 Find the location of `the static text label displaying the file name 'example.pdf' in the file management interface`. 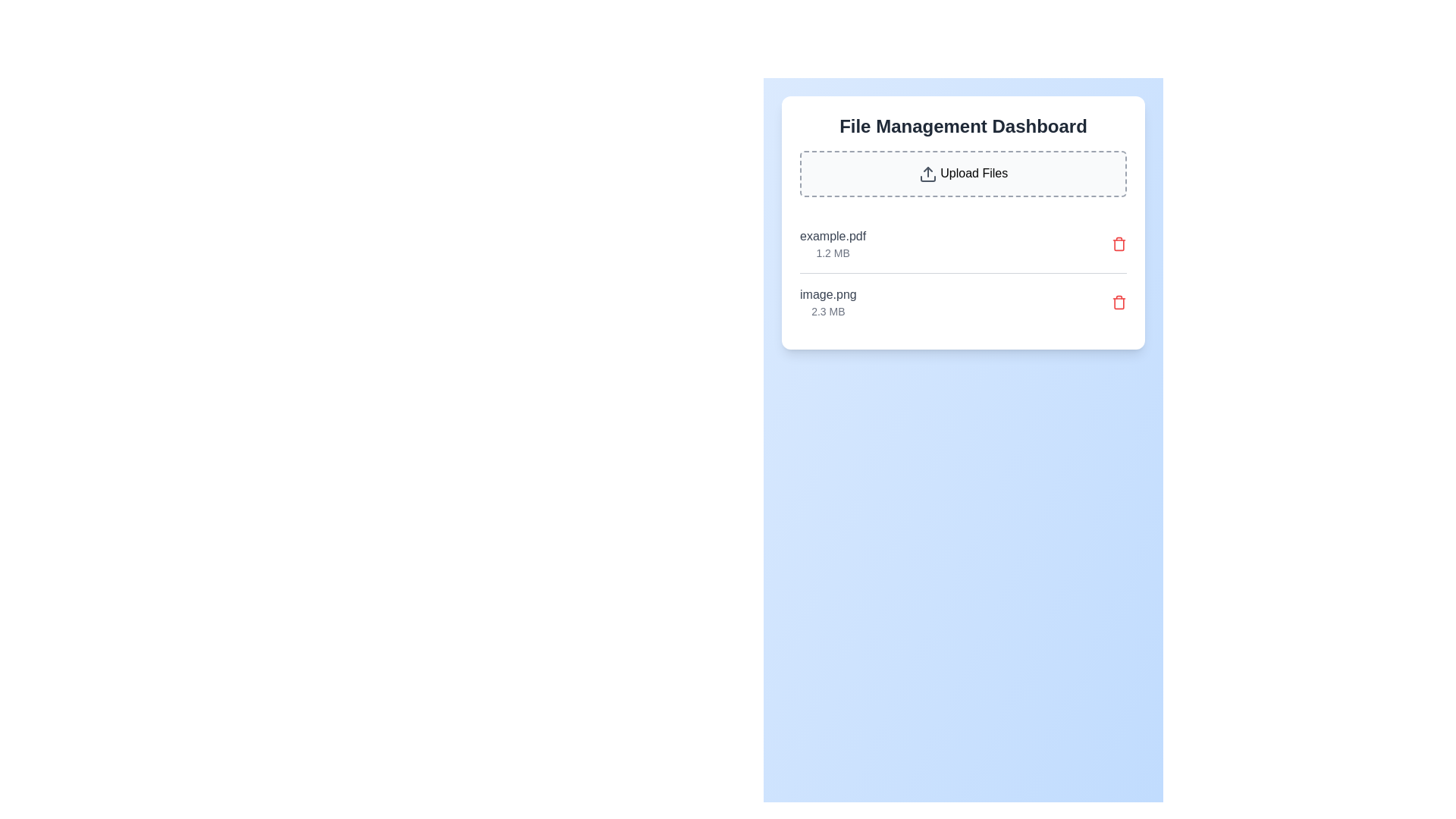

the static text label displaying the file name 'example.pdf' in the file management interface is located at coordinates (832, 236).